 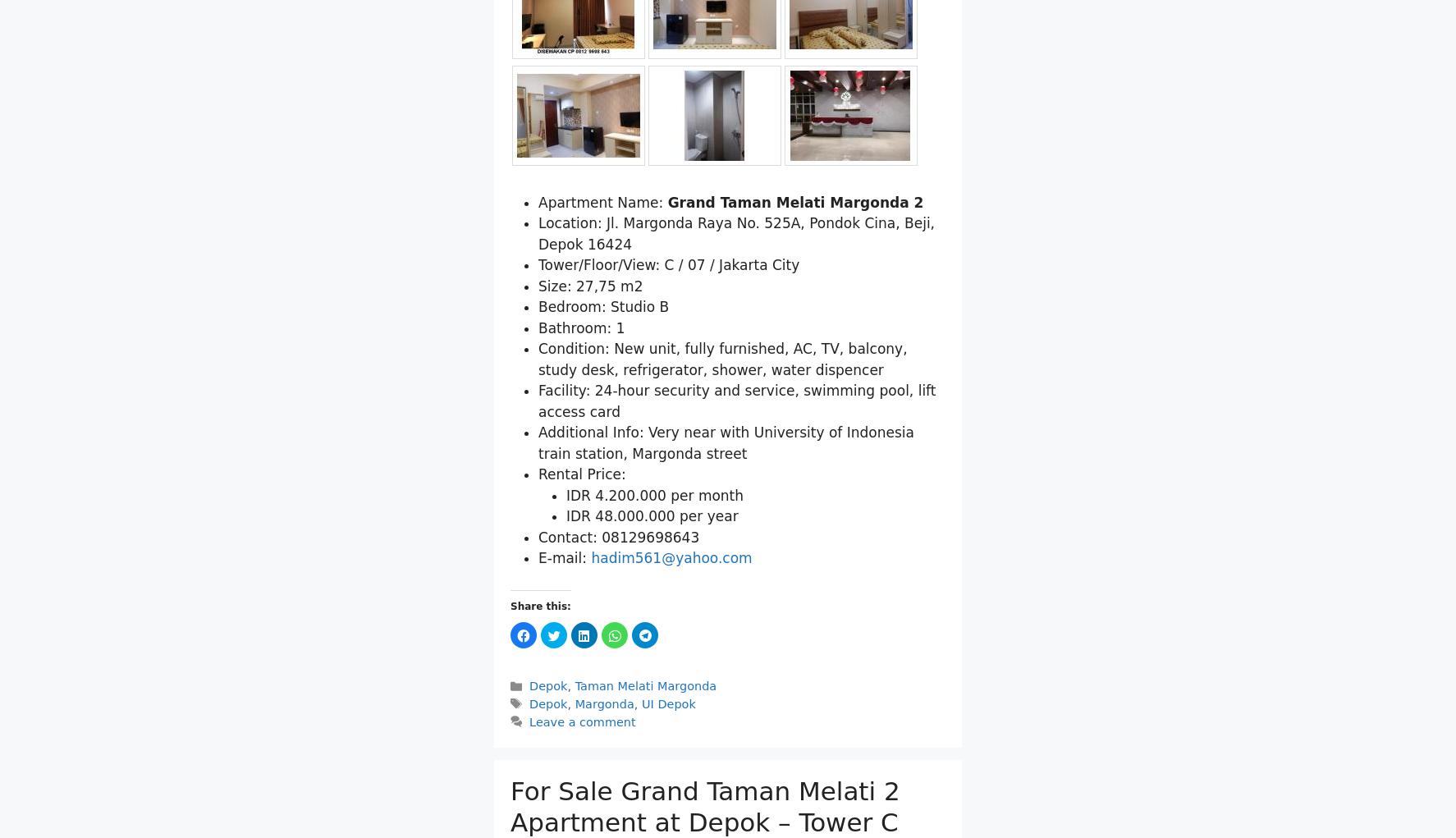 I want to click on 'Tower/Floor/View: C / 07 / Jakarta City', so click(x=668, y=264).